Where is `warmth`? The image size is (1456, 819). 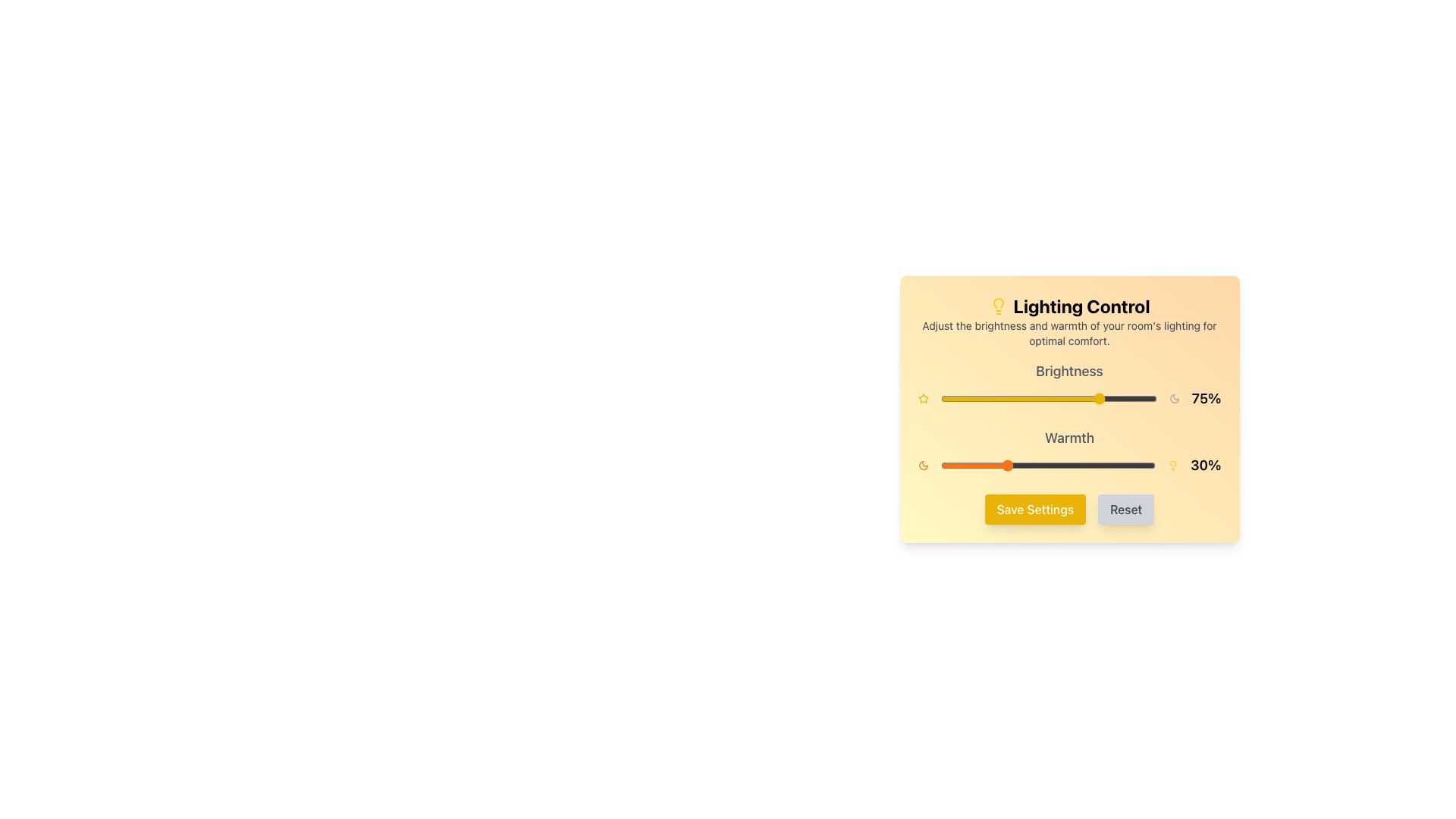 warmth is located at coordinates (977, 464).